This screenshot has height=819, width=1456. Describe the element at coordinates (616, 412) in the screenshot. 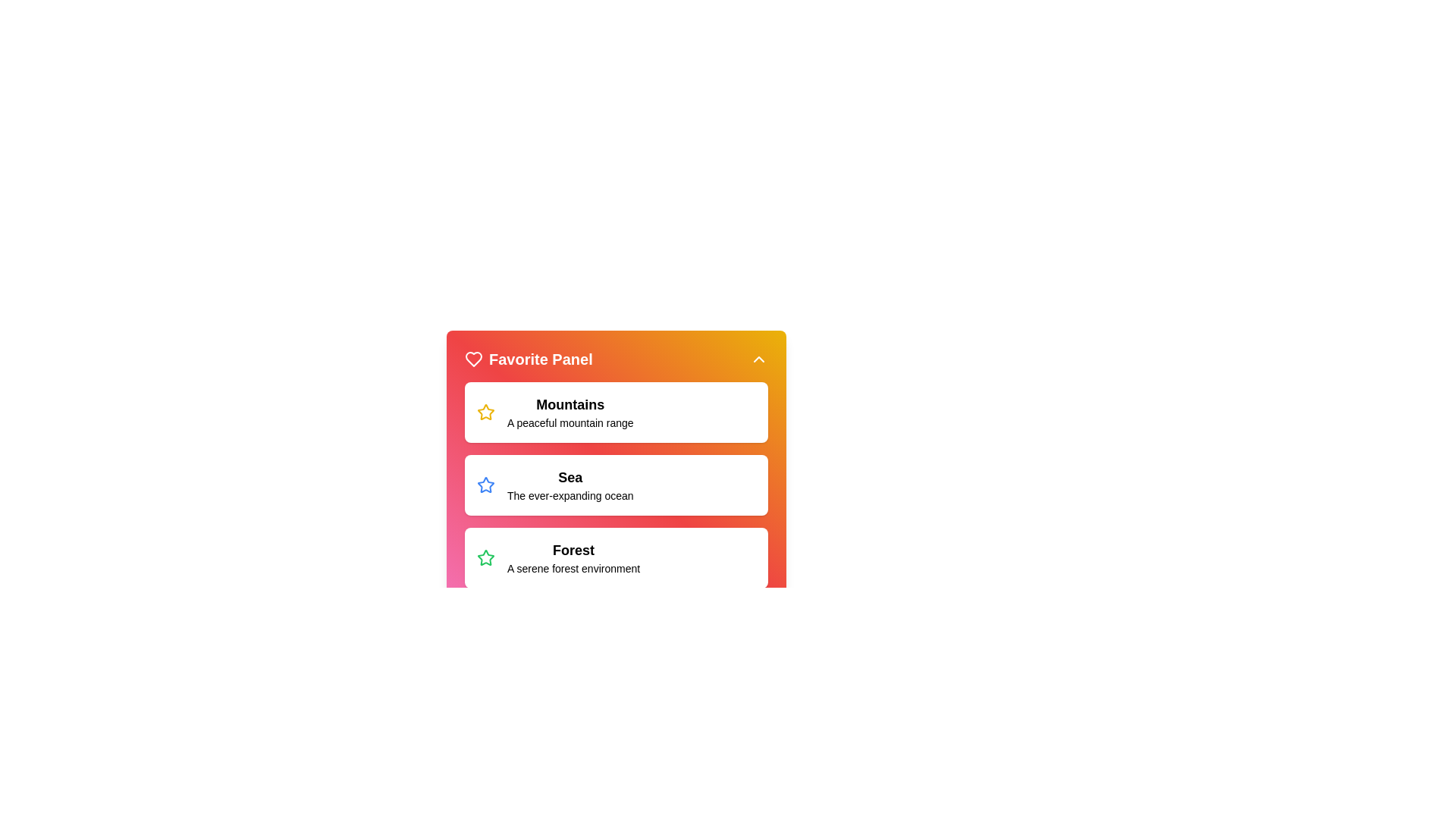

I see `the first informational list item labeled 'Mountains' which includes a description and a star icon, located below the 'Favorite Panel'` at that location.